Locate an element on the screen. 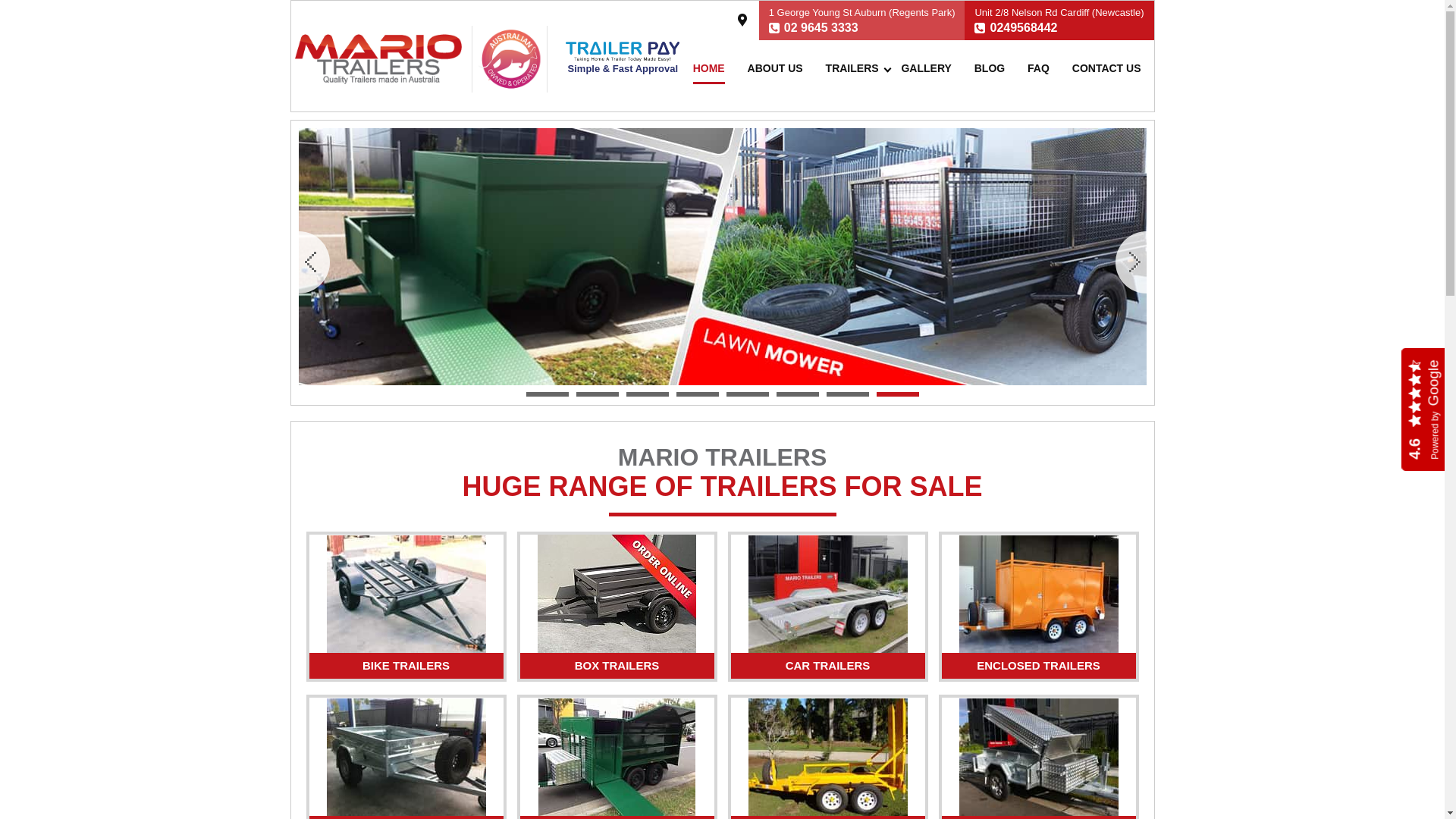  'BLOG' is located at coordinates (990, 67).